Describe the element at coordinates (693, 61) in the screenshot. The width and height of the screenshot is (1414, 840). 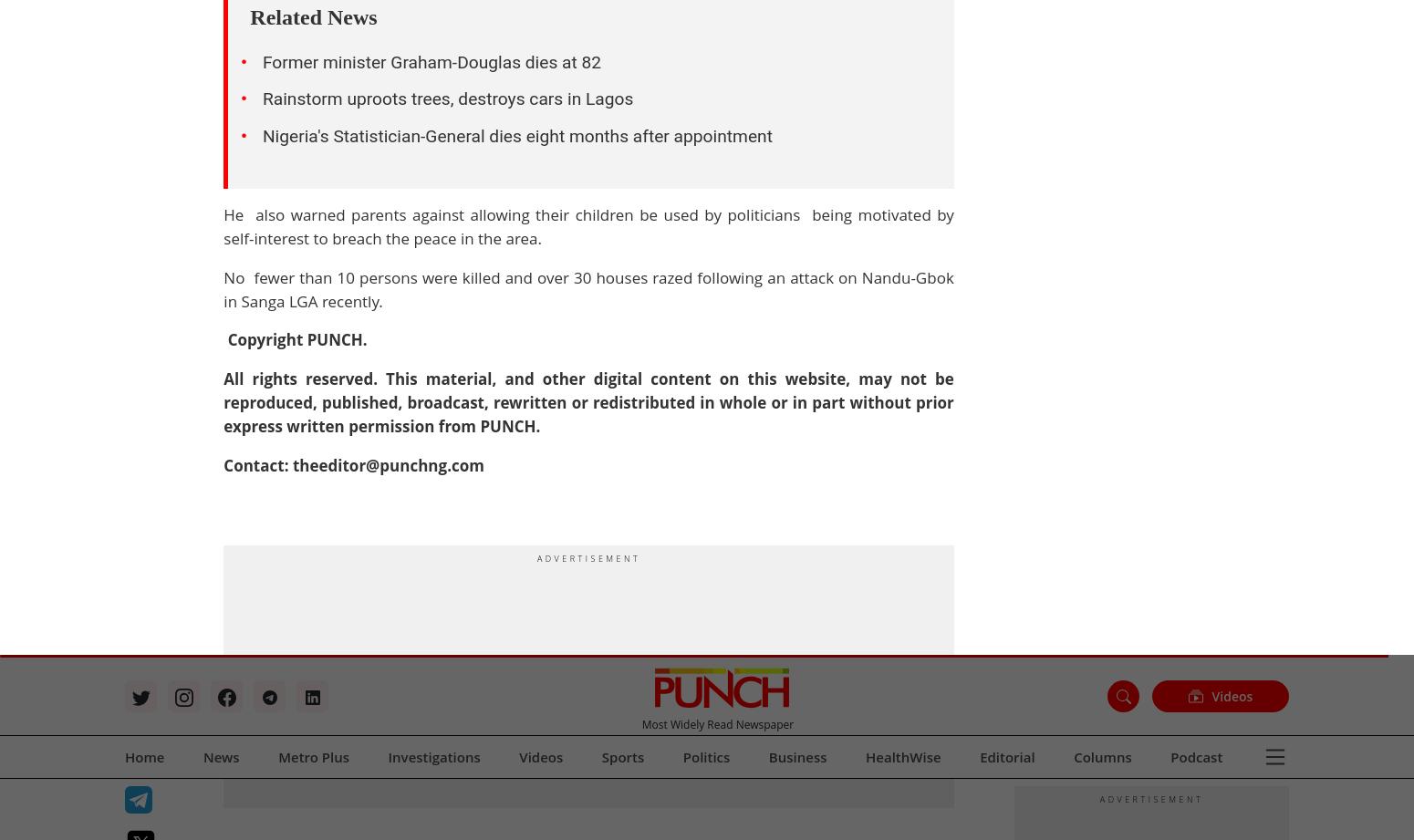
I see `'Cartoon'` at that location.